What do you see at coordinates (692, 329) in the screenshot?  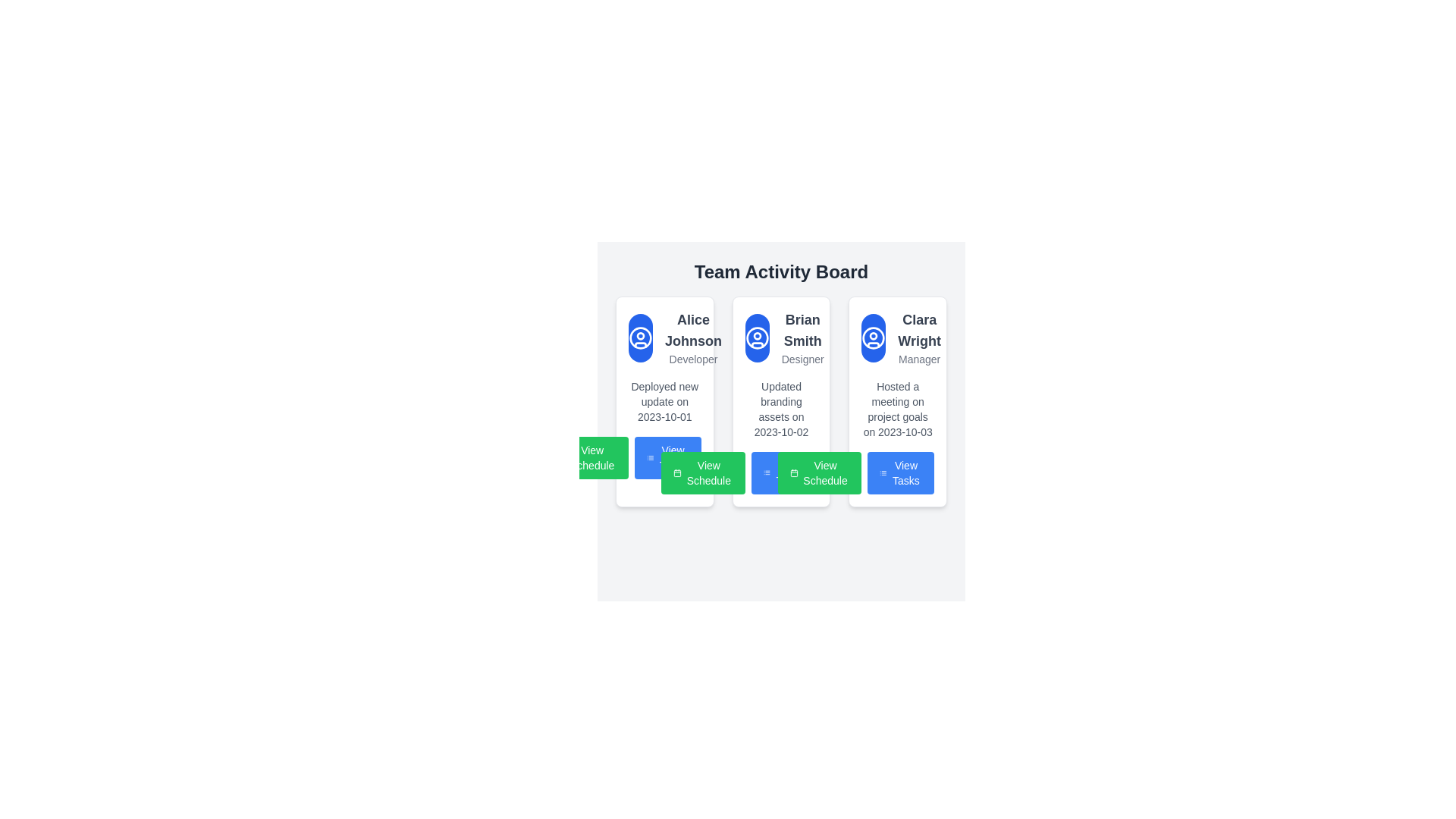 I see `the Text Label displaying 'Alice Johnson', which is positioned in the first card on the left, above the text 'Developer'` at bounding box center [692, 329].